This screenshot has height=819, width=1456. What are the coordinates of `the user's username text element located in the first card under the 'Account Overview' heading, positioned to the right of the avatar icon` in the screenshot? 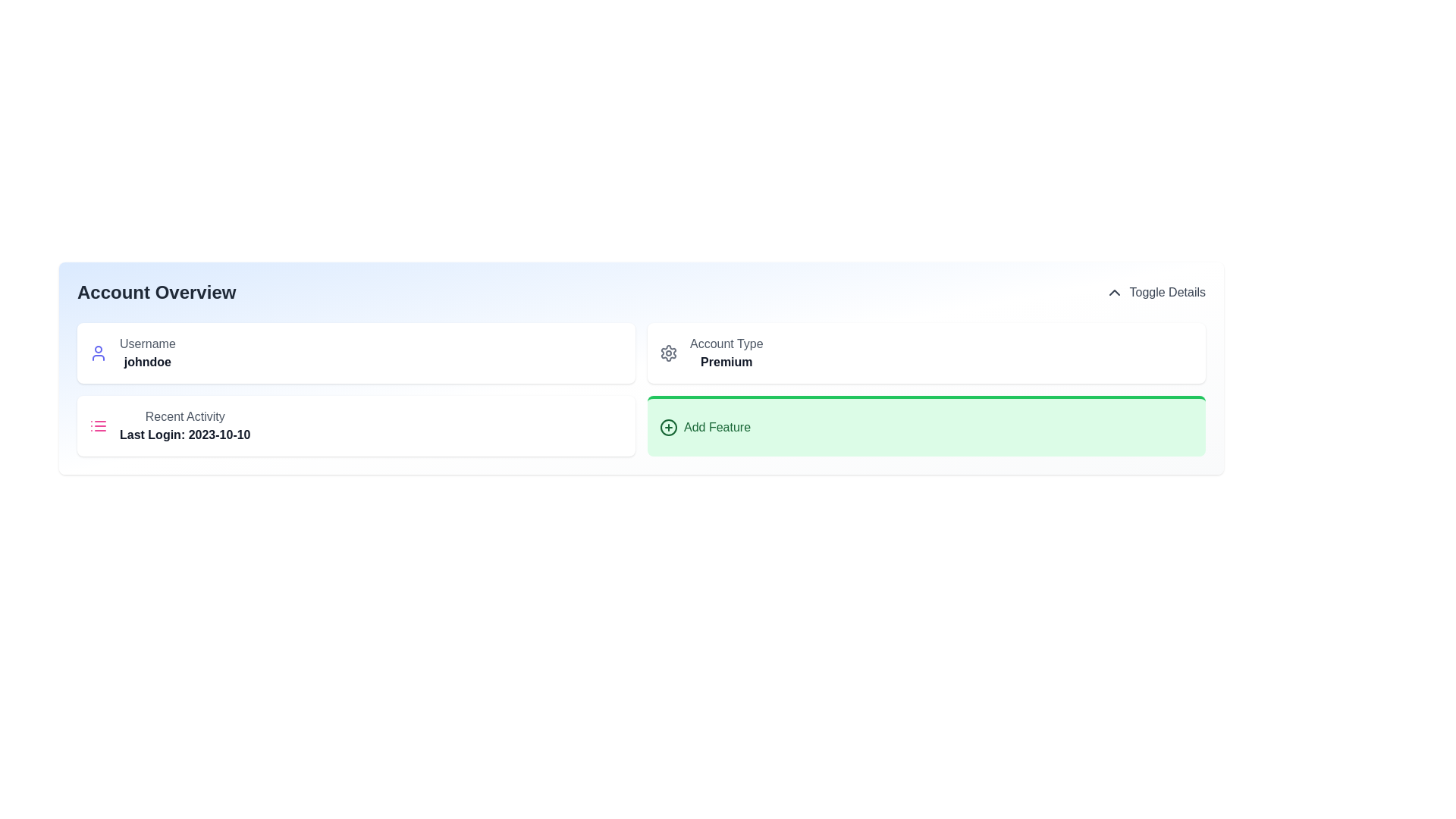 It's located at (147, 353).